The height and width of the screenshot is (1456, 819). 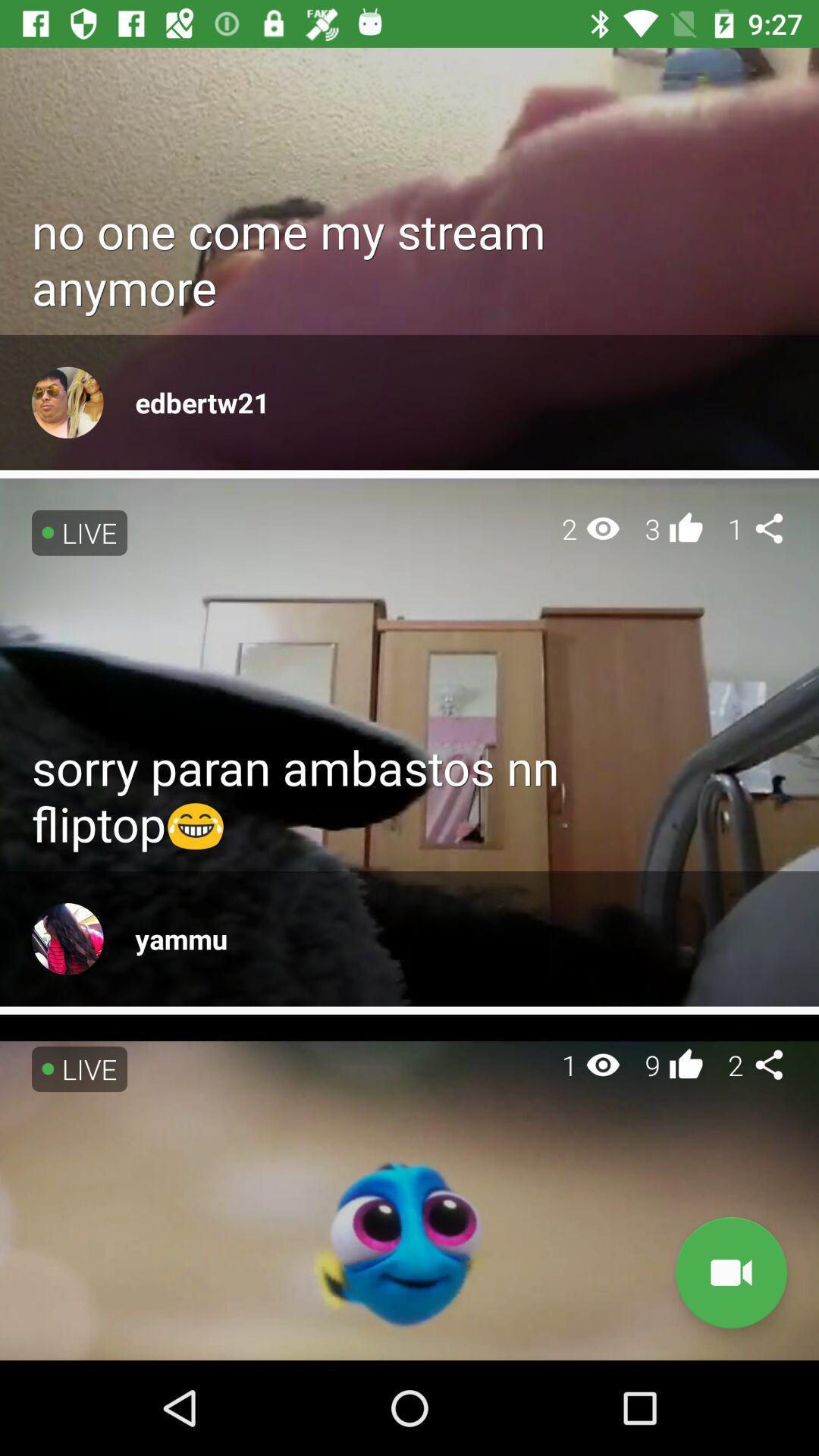 I want to click on the videocam icon, so click(x=730, y=1272).